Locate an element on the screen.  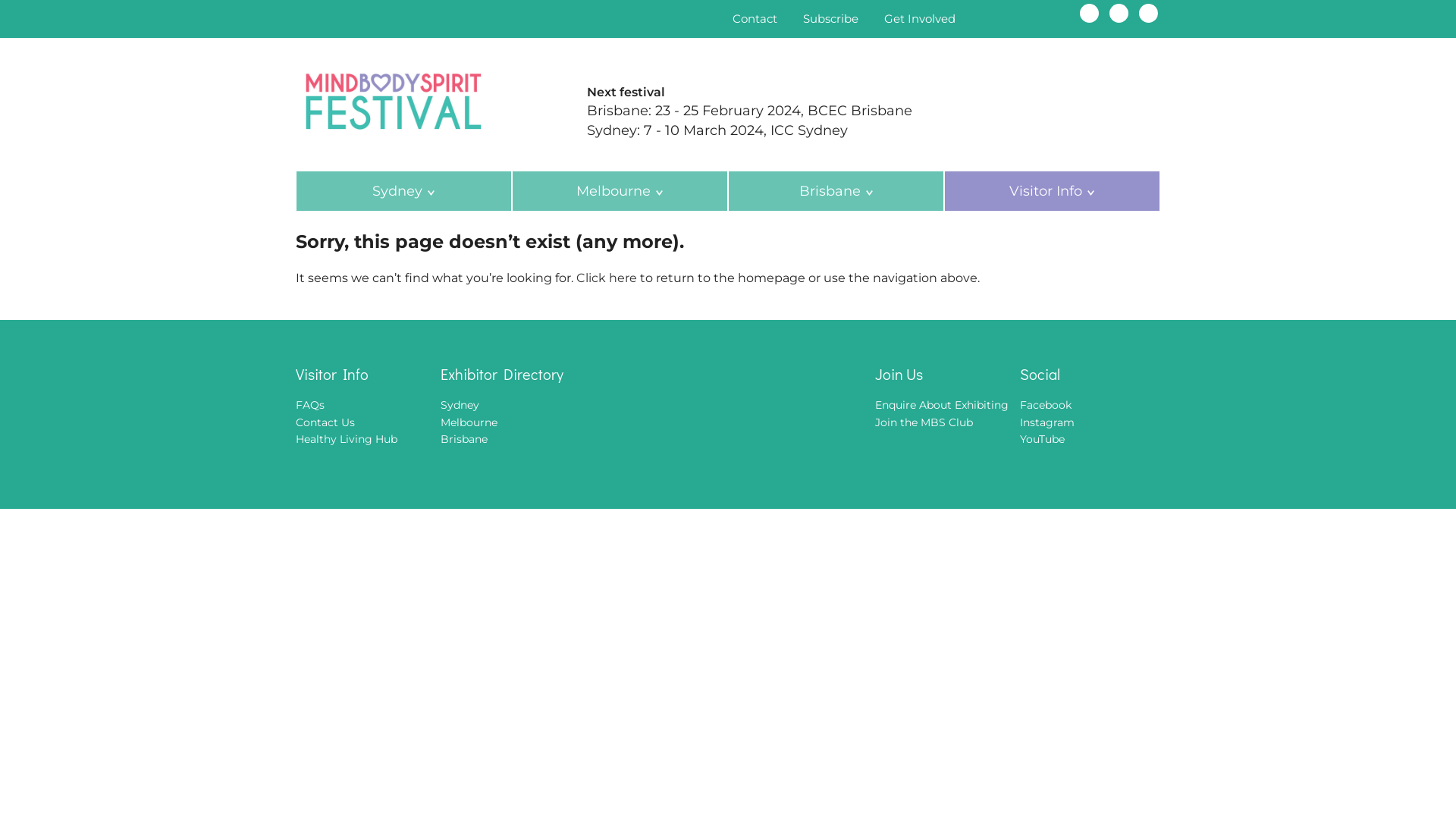
'Sydney' is located at coordinates (459, 403).